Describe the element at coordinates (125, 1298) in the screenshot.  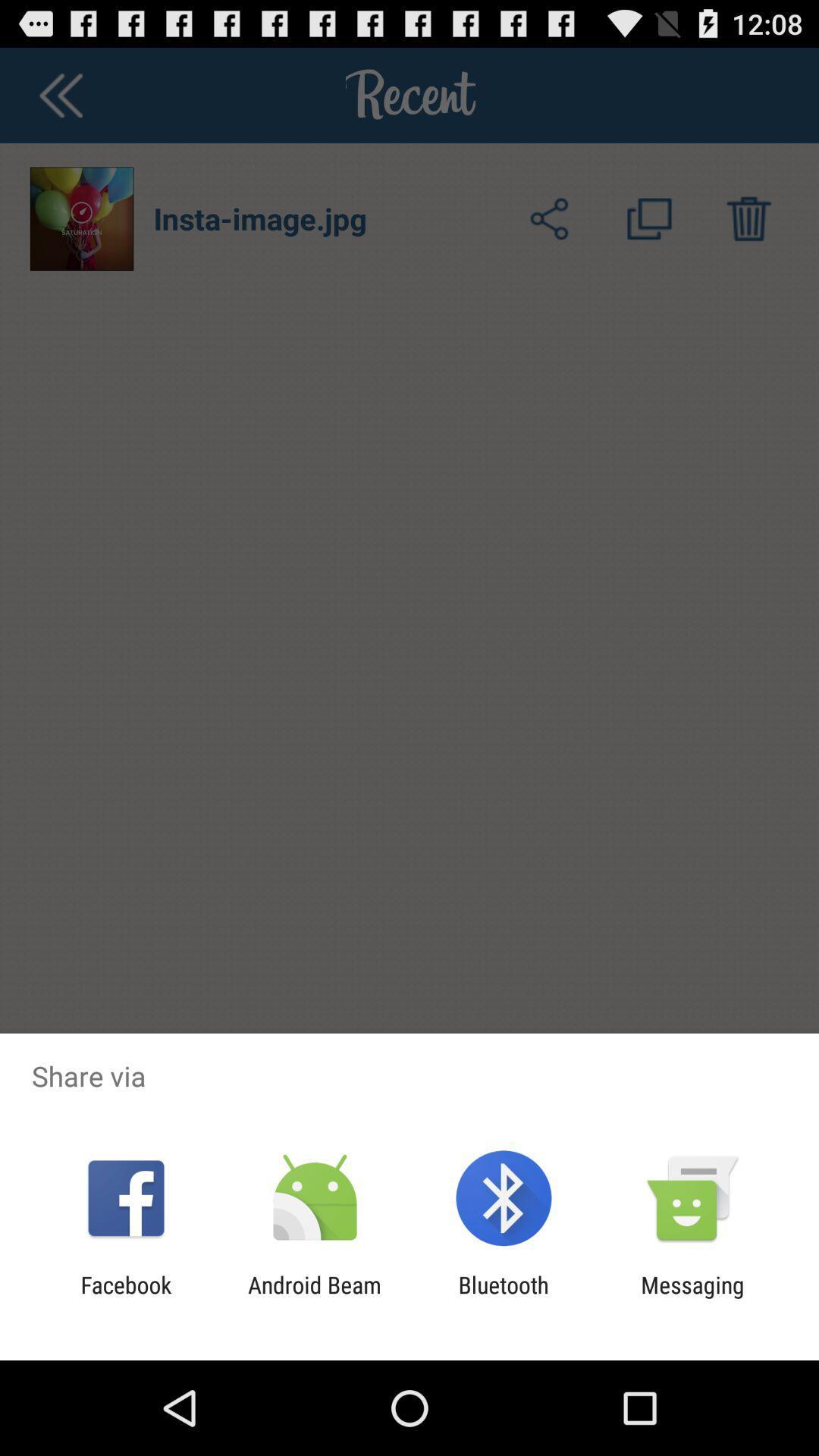
I see `the item to the left of android beam item` at that location.